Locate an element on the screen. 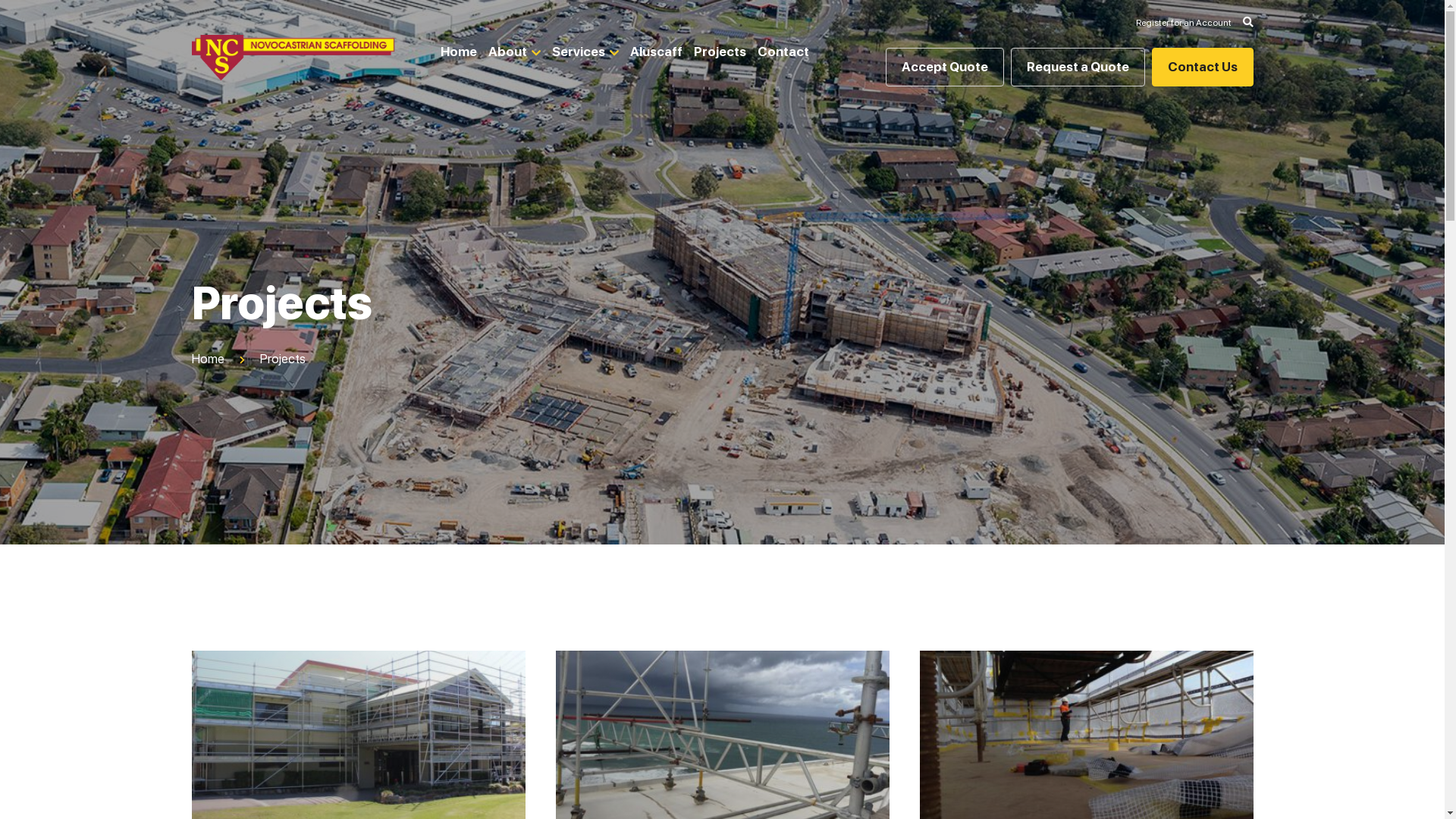 Image resolution: width=1456 pixels, height=819 pixels. 'Request a Quote' is located at coordinates (1076, 66).